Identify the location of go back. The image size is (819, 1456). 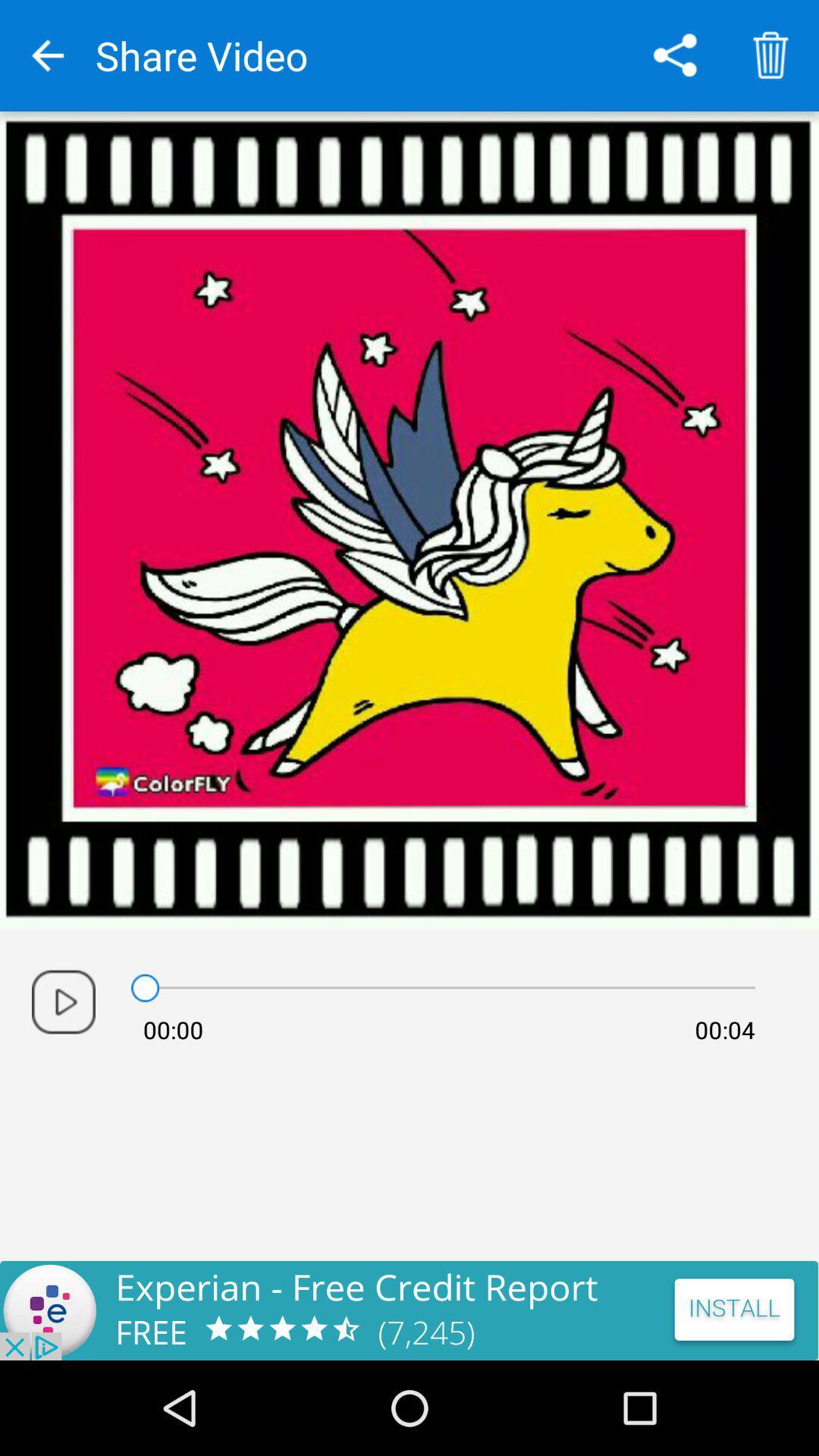
(46, 55).